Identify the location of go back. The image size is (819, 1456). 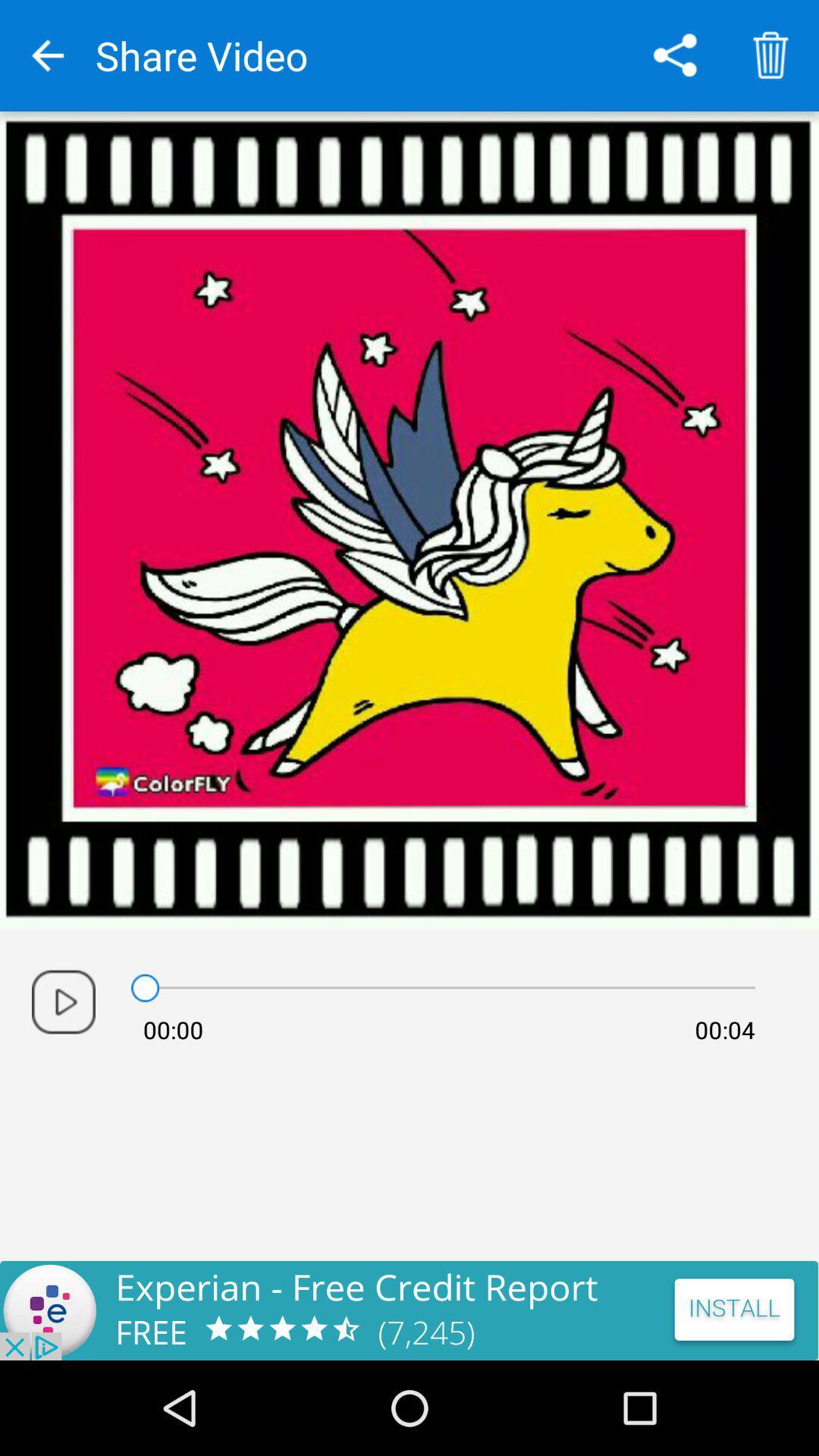
(46, 55).